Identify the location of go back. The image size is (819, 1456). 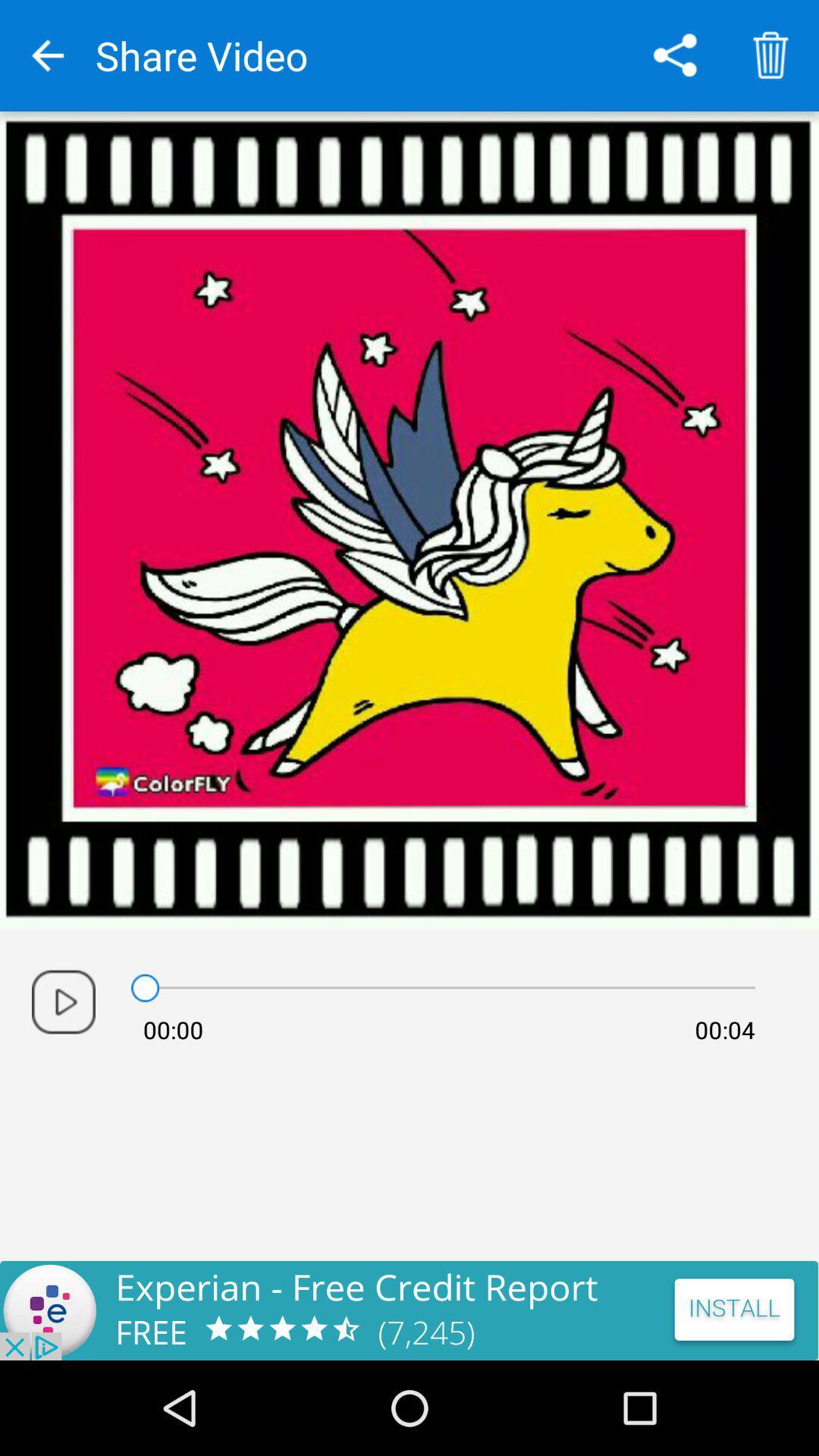
(46, 55).